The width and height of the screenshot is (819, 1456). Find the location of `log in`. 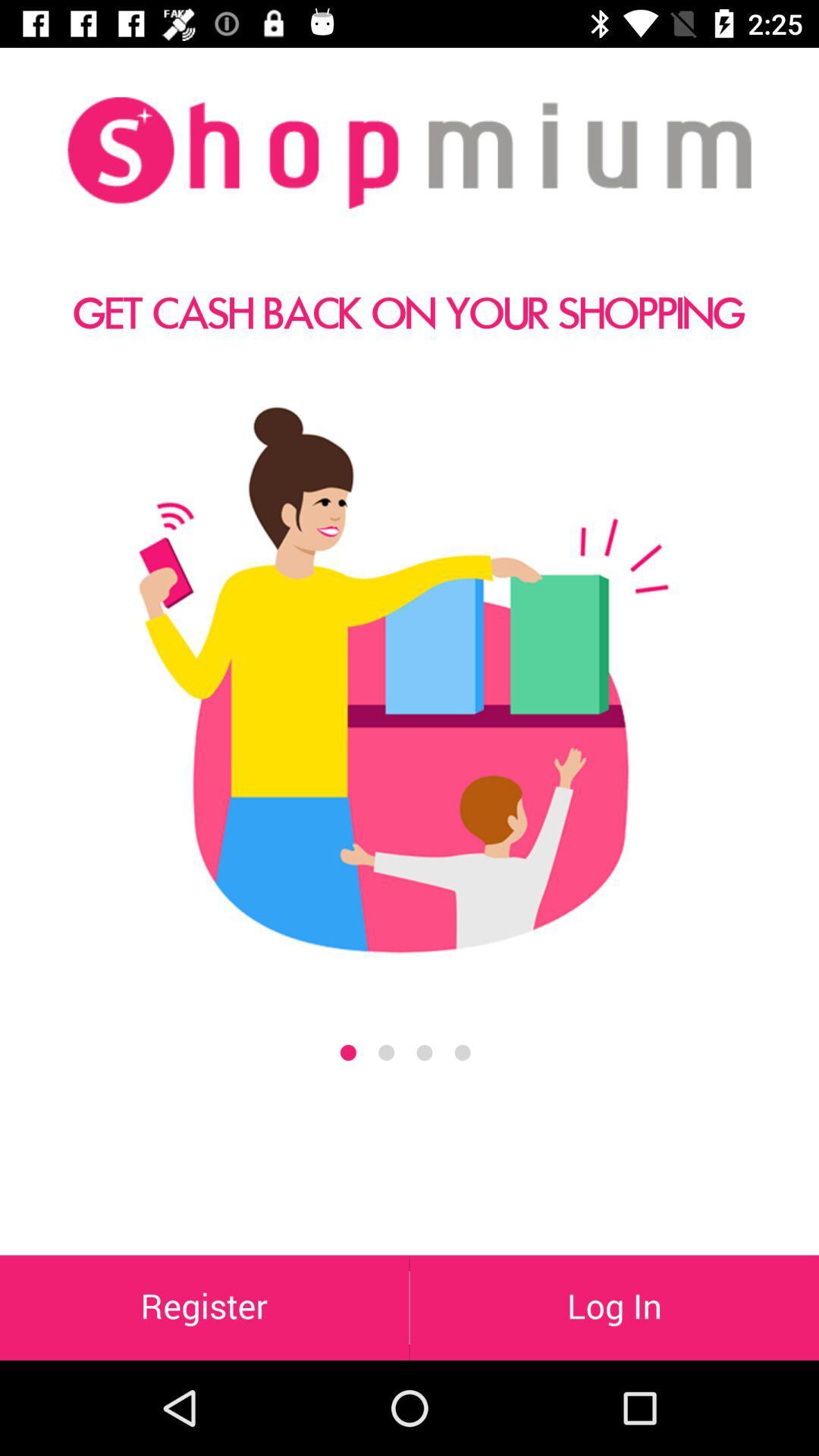

log in is located at coordinates (614, 1307).